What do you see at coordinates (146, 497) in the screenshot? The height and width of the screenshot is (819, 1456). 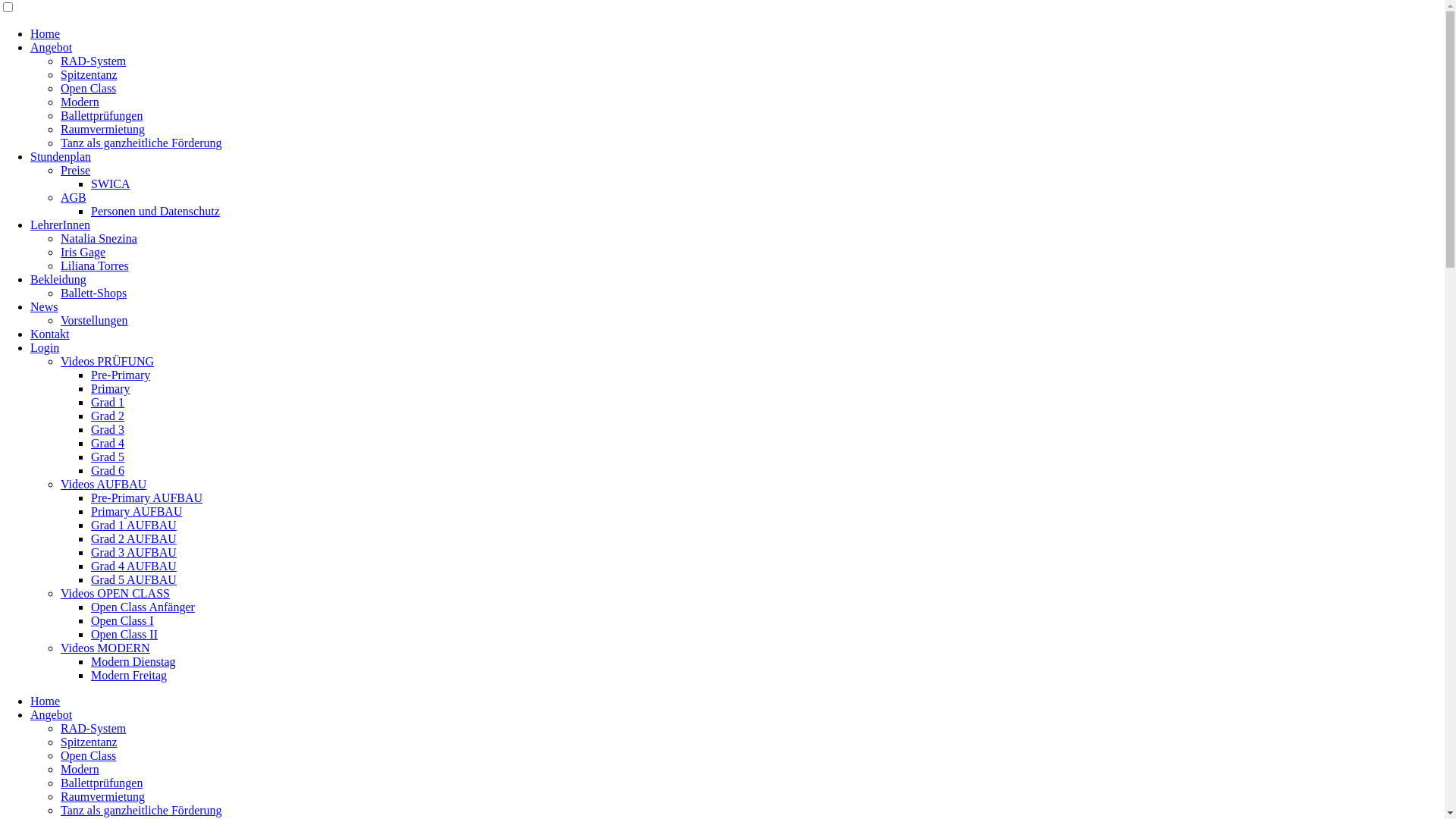 I see `'Pre-Primary AUFBAU'` at bounding box center [146, 497].